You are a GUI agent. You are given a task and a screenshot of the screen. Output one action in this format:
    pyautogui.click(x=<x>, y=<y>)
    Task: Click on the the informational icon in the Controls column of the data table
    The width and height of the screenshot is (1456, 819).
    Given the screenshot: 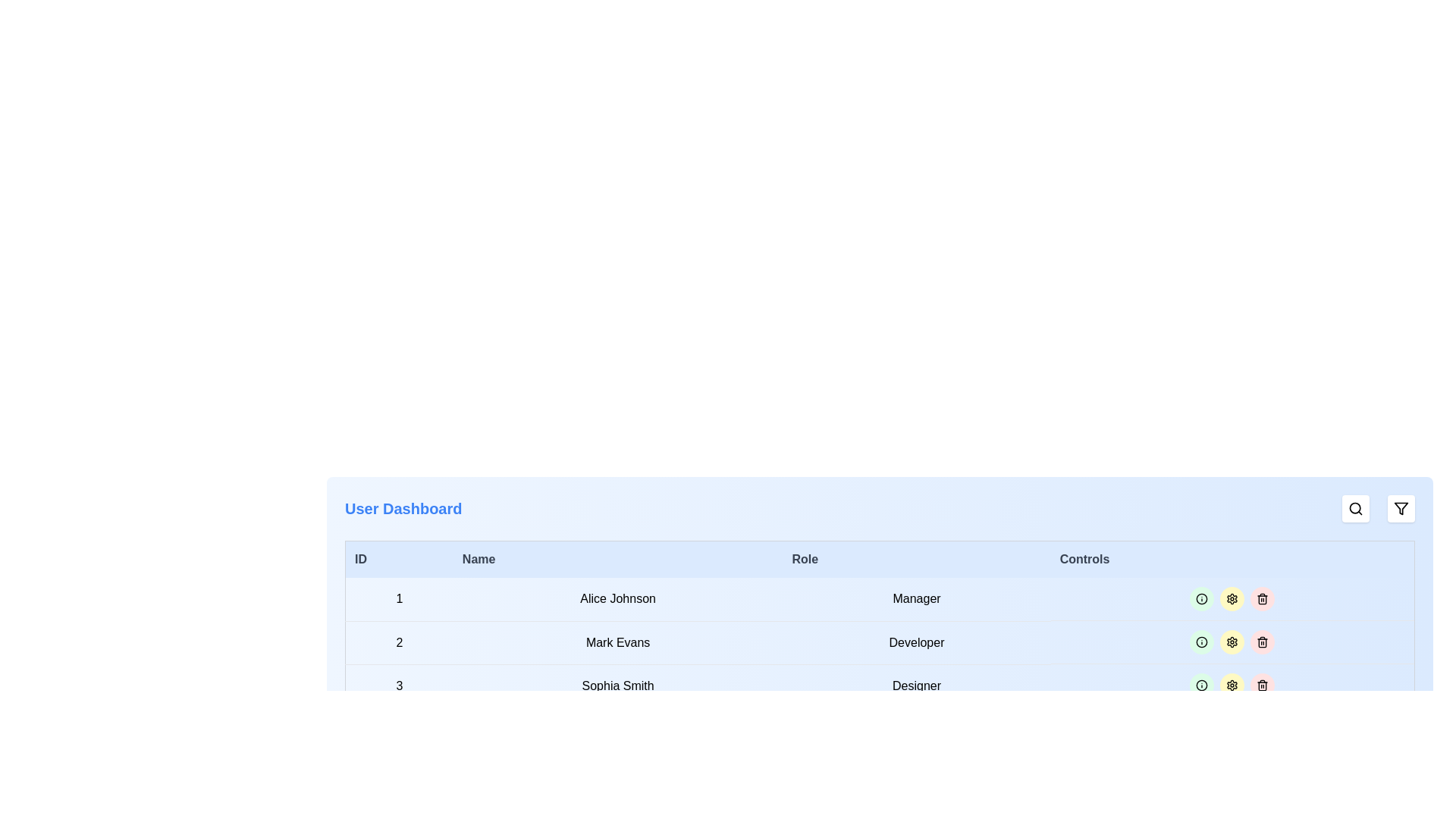 What is the action you would take?
    pyautogui.click(x=1201, y=598)
    